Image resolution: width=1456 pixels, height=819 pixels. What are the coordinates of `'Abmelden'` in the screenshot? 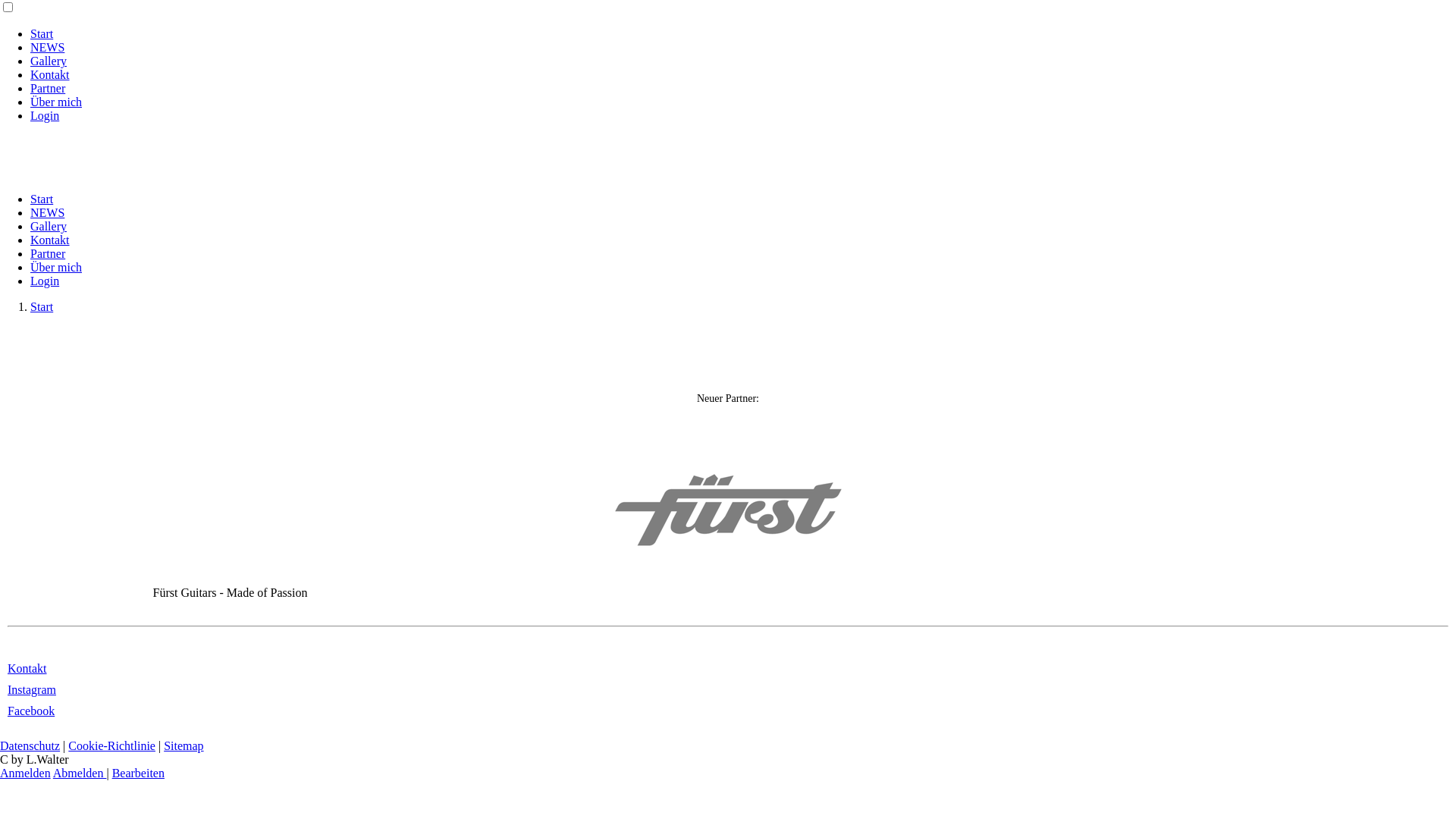 It's located at (79, 773).